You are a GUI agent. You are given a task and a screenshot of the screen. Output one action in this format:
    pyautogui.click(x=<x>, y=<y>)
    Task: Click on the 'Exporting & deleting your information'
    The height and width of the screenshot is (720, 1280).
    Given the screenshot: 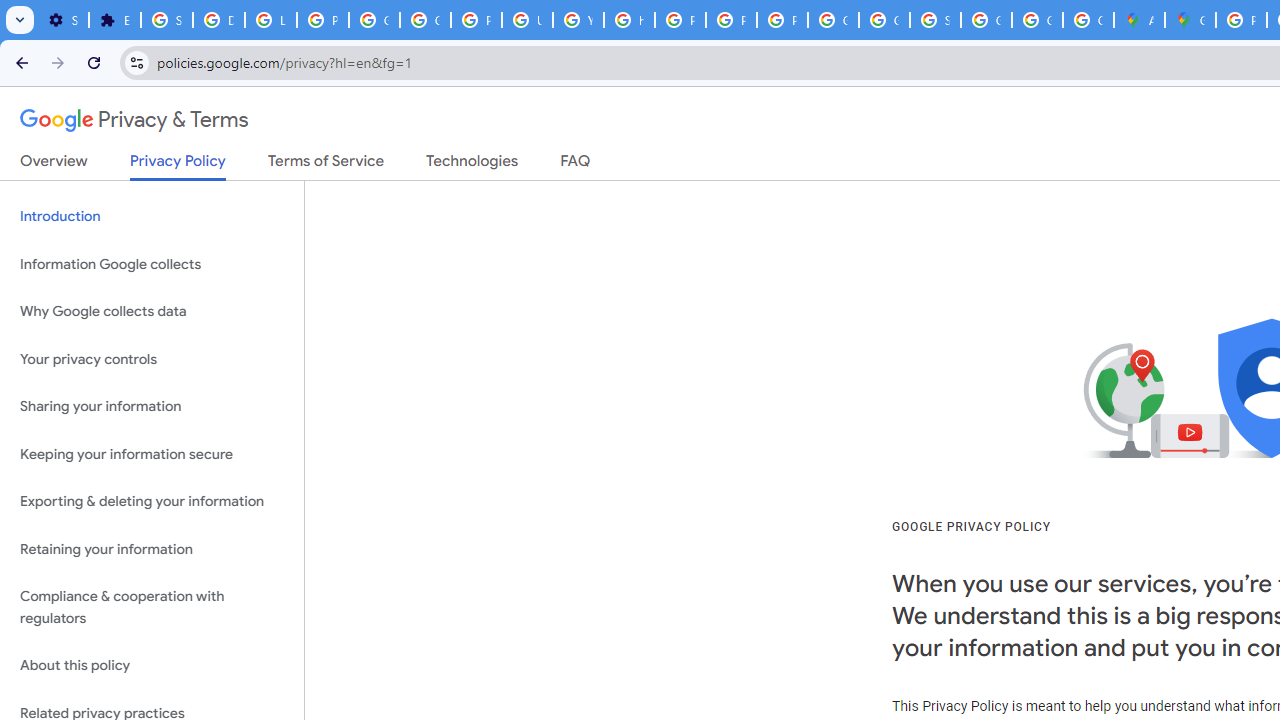 What is the action you would take?
    pyautogui.click(x=151, y=501)
    